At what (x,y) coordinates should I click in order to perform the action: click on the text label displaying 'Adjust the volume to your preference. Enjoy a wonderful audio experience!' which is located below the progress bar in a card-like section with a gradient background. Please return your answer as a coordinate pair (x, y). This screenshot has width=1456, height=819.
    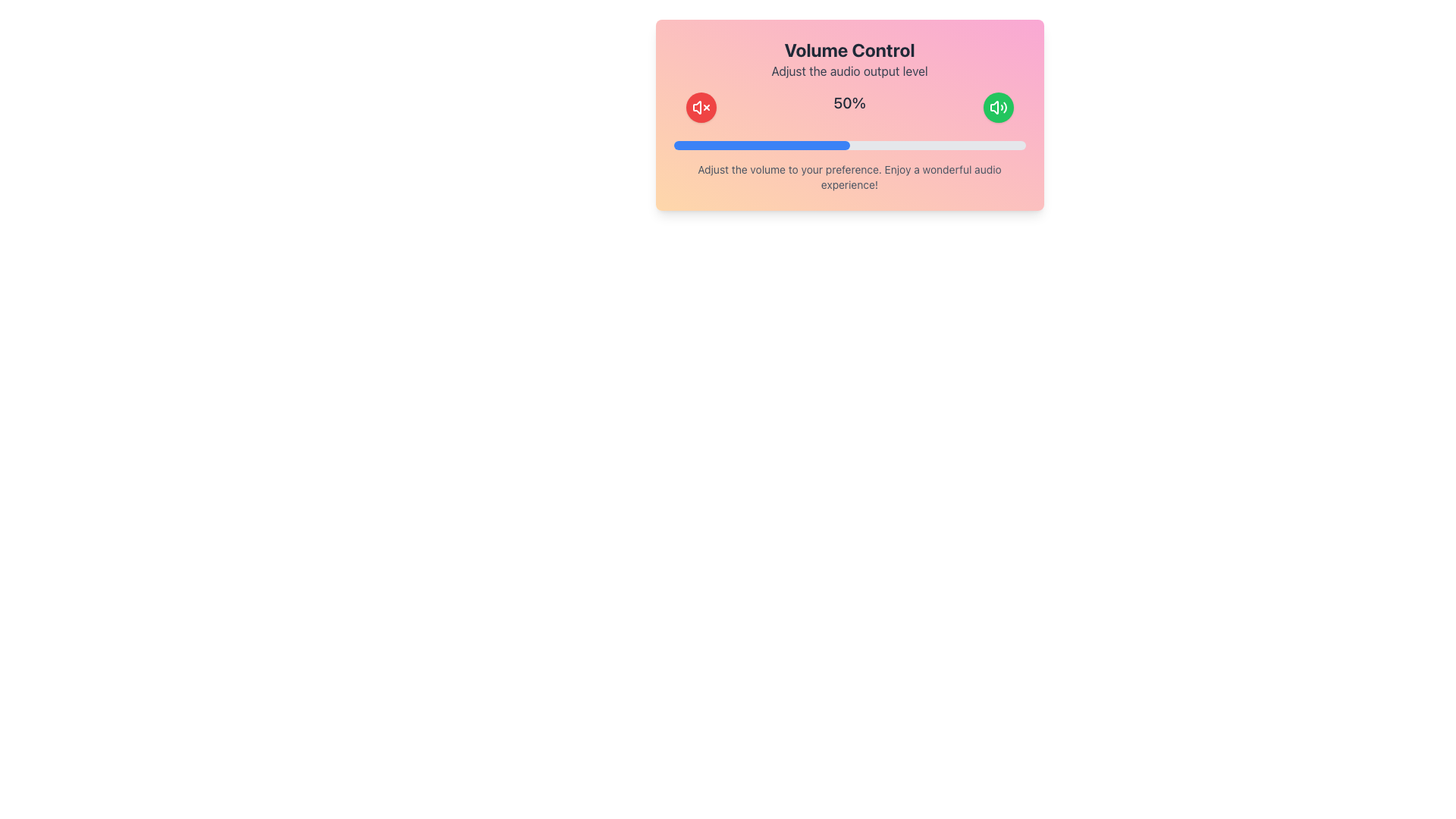
    Looking at the image, I should click on (849, 171).